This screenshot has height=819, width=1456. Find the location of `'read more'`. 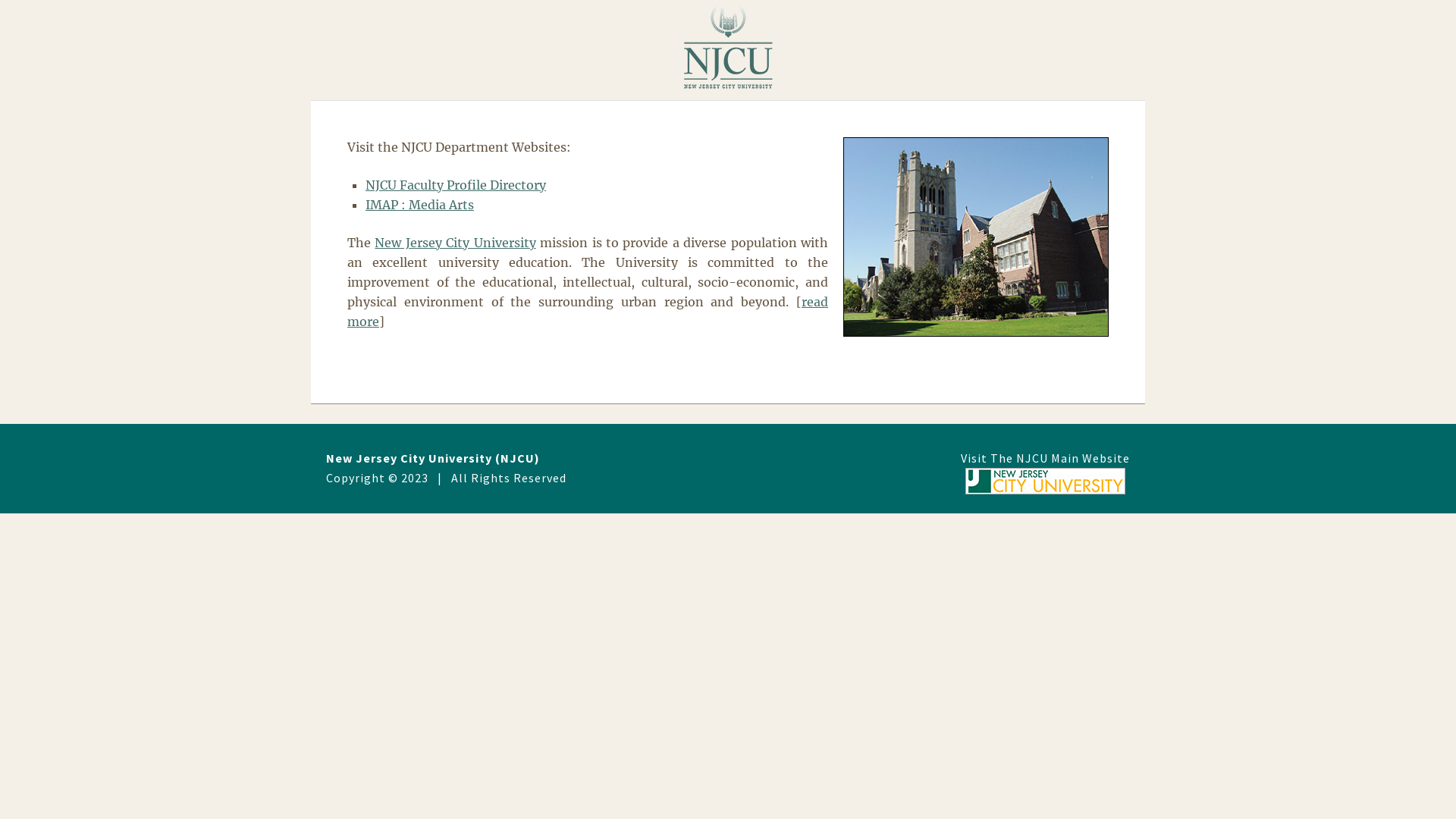

'read more' is located at coordinates (586, 311).